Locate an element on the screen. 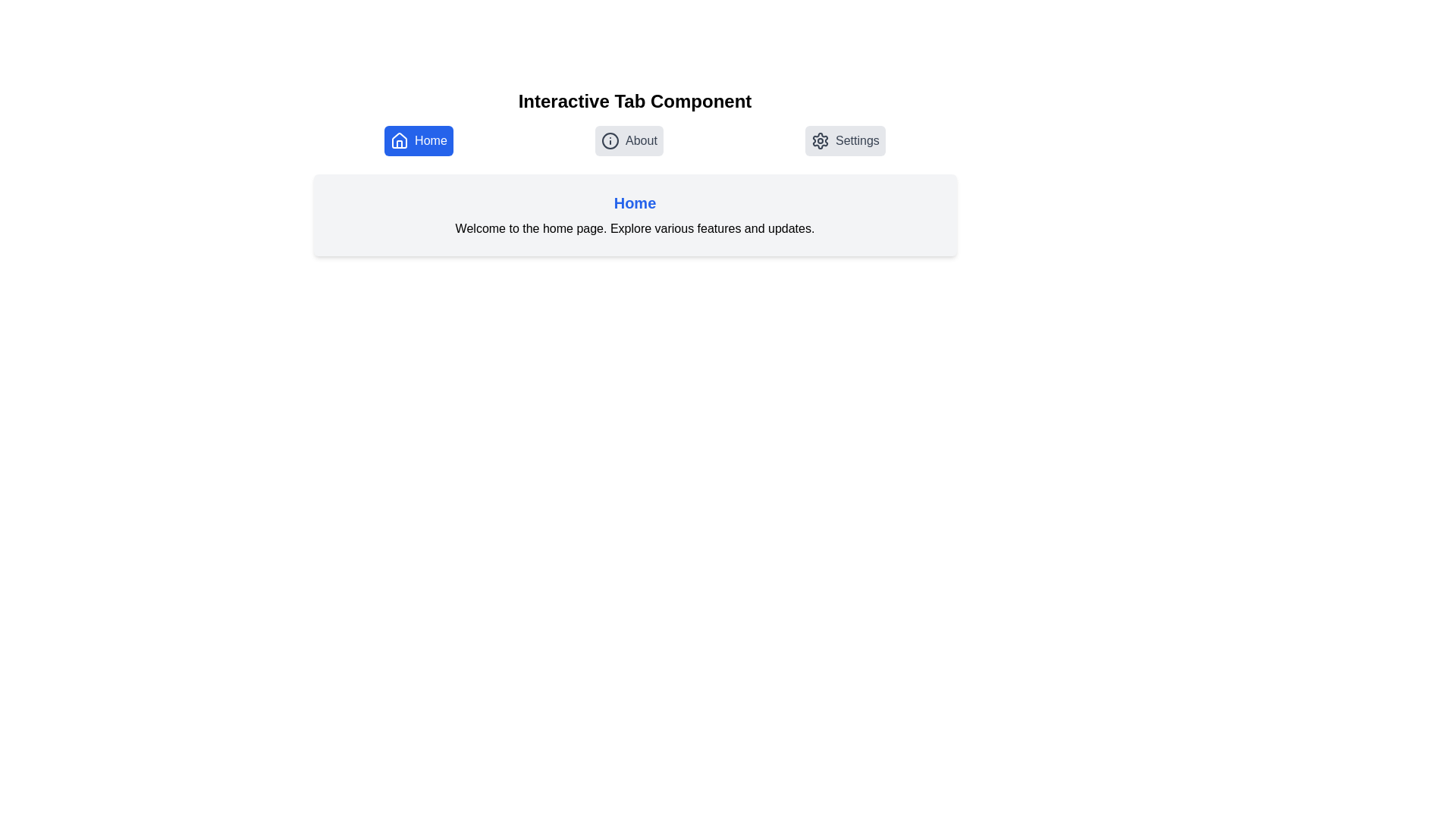 The width and height of the screenshot is (1456, 819). the About tab is located at coordinates (629, 140).